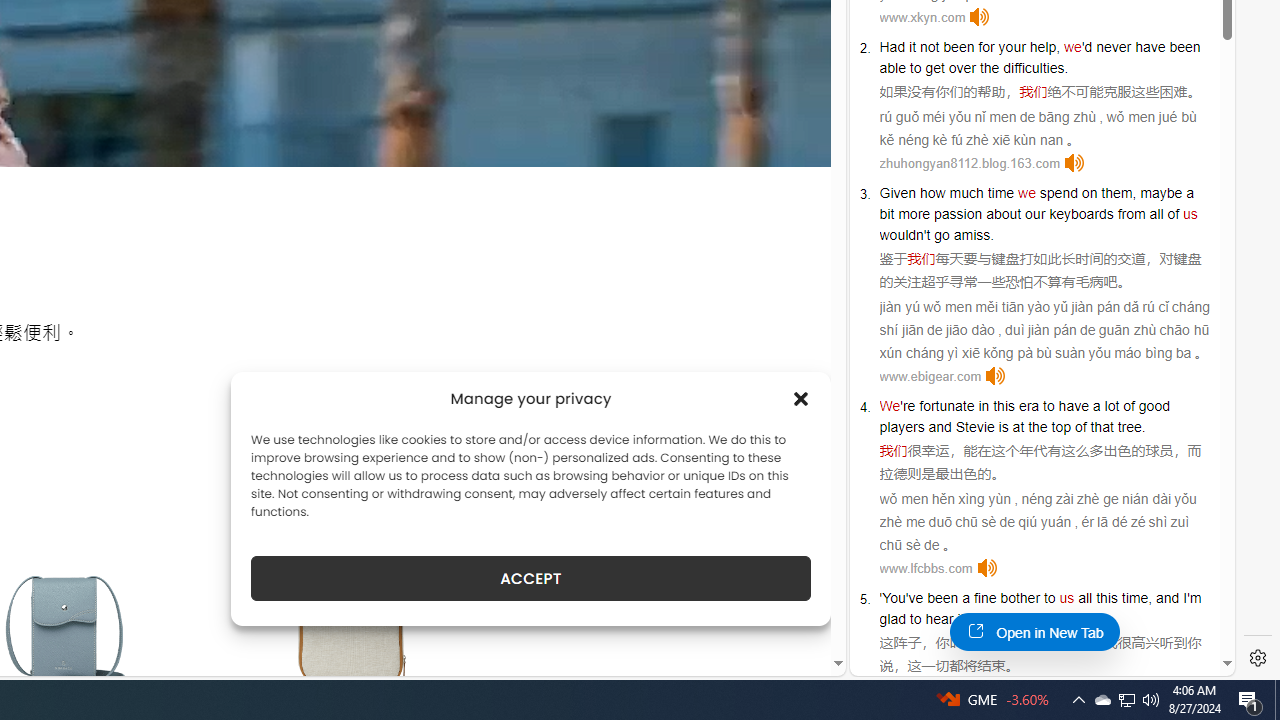  Describe the element at coordinates (1072, 405) in the screenshot. I see `'have'` at that location.